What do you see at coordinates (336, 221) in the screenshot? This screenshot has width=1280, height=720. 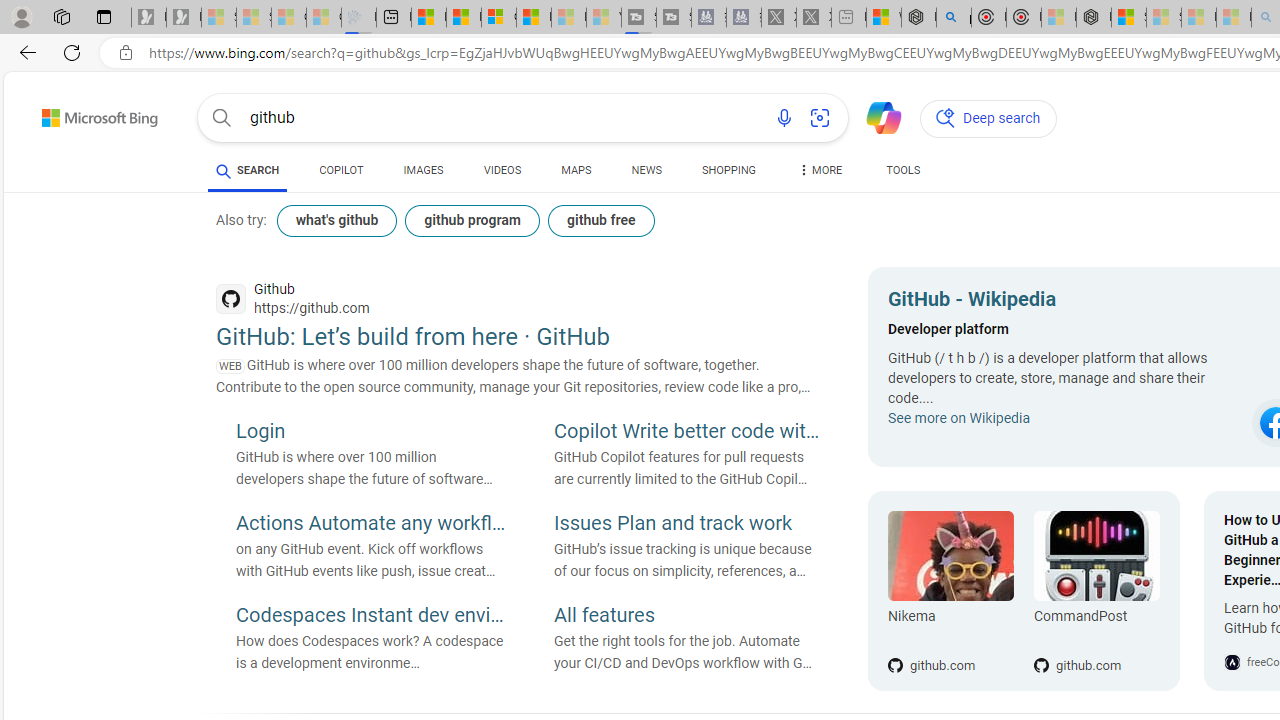 I see `'what'` at bounding box center [336, 221].